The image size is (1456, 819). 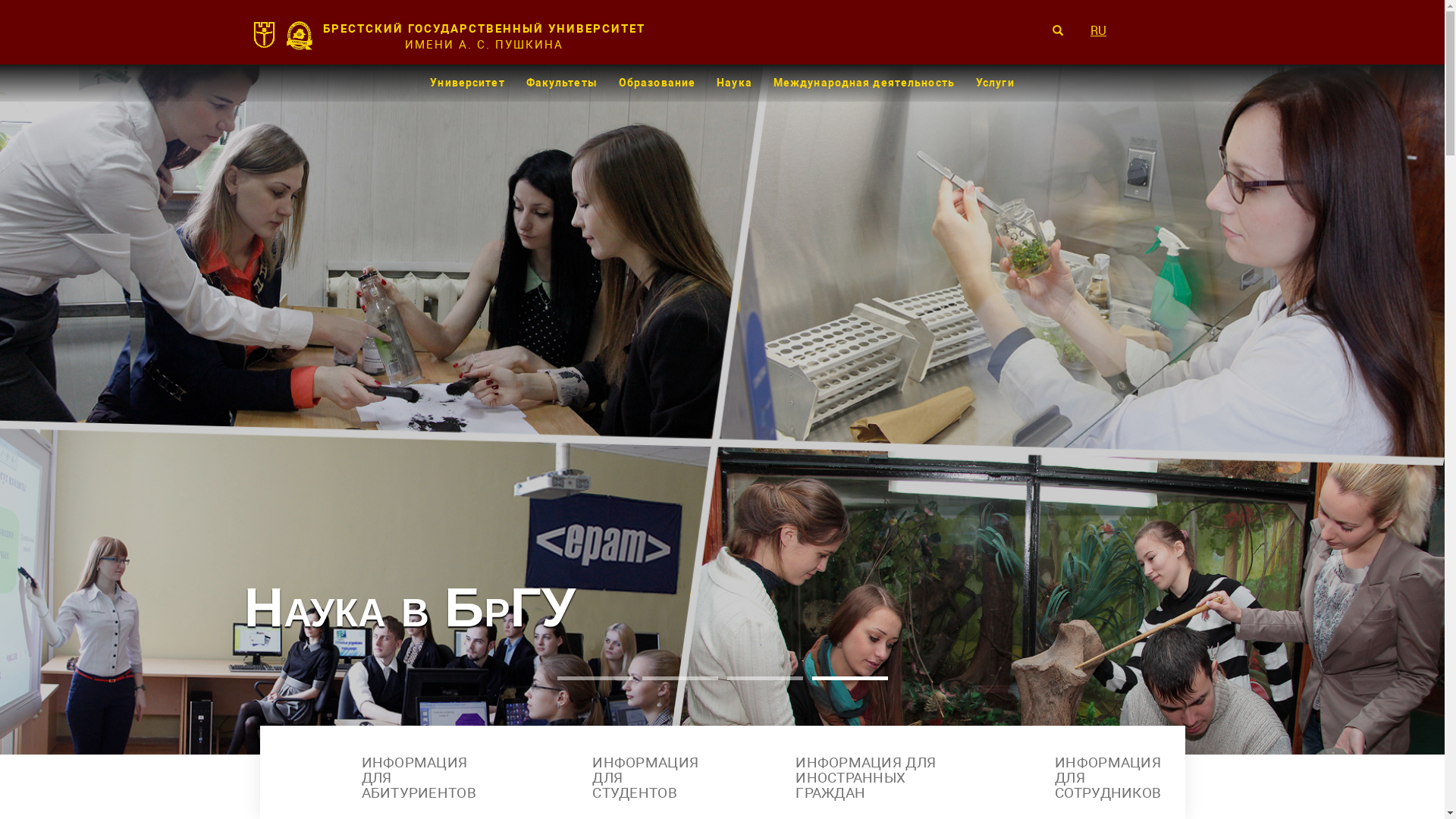 What do you see at coordinates (848, 677) in the screenshot?
I see `'4'` at bounding box center [848, 677].